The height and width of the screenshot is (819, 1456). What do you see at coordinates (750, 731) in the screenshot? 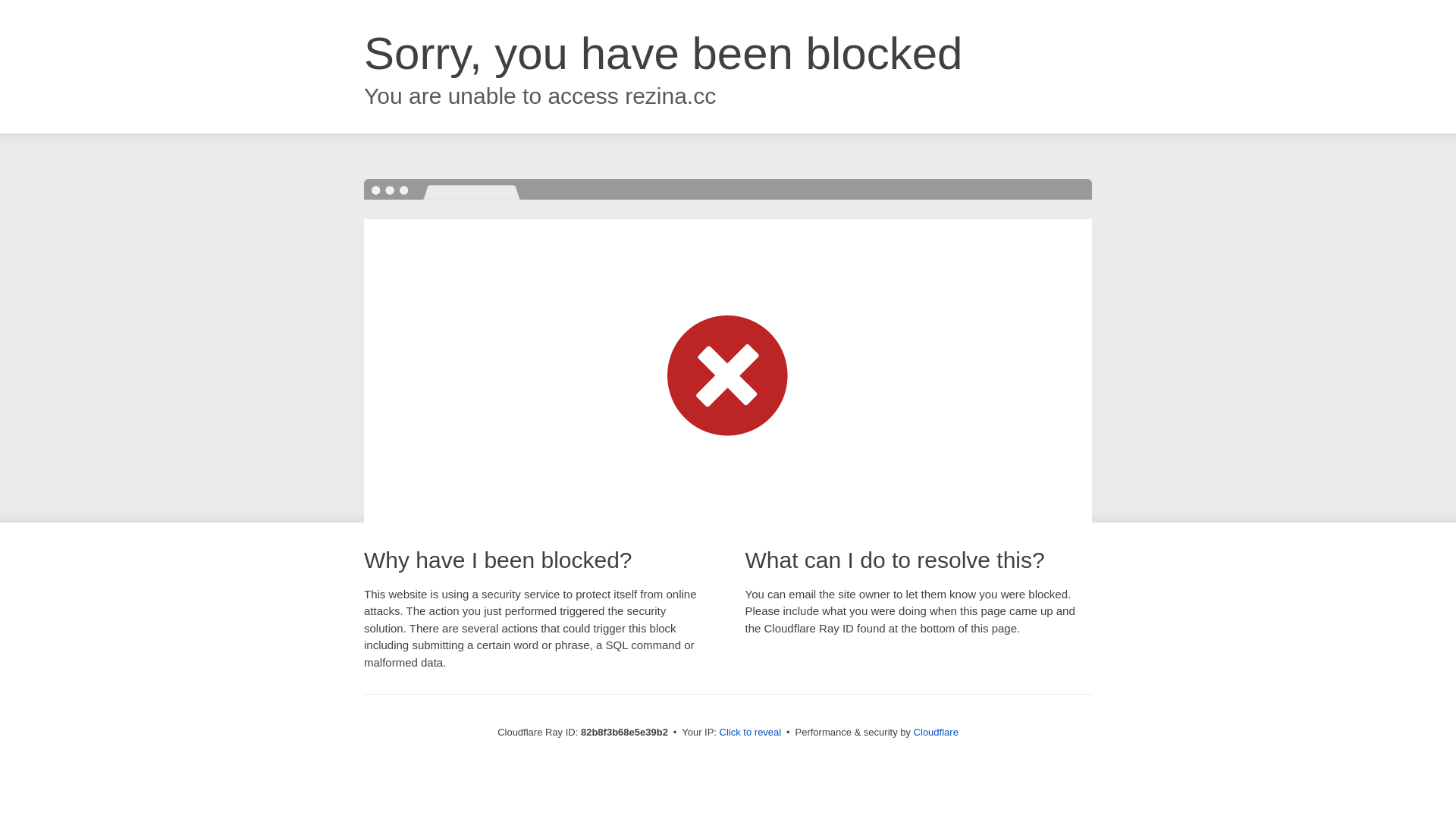
I see `'Click to reveal'` at bounding box center [750, 731].